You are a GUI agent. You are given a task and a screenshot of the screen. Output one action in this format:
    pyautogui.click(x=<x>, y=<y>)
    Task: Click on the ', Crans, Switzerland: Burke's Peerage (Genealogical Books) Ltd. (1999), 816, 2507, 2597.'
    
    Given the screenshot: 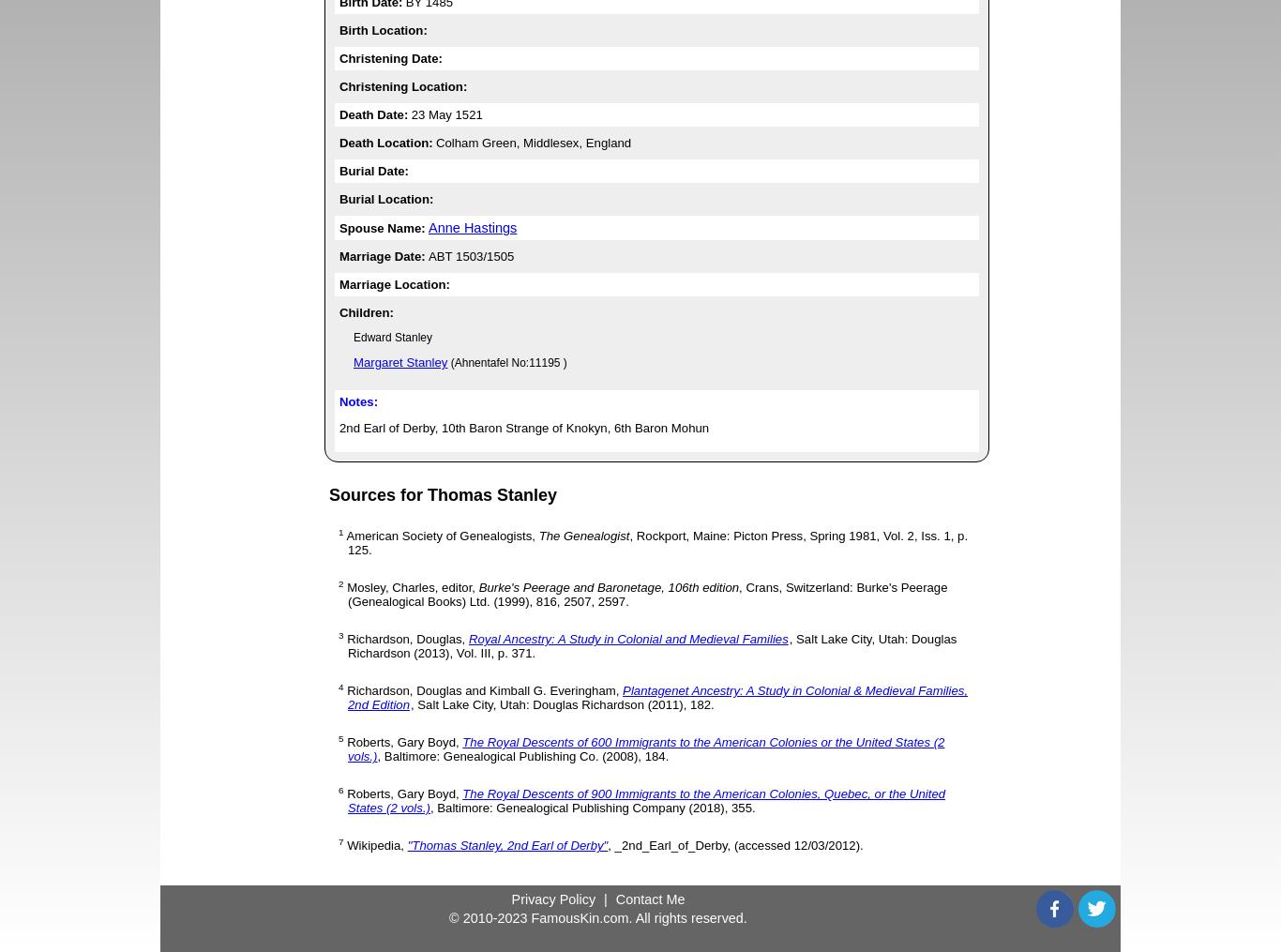 What is the action you would take?
    pyautogui.click(x=647, y=593)
    